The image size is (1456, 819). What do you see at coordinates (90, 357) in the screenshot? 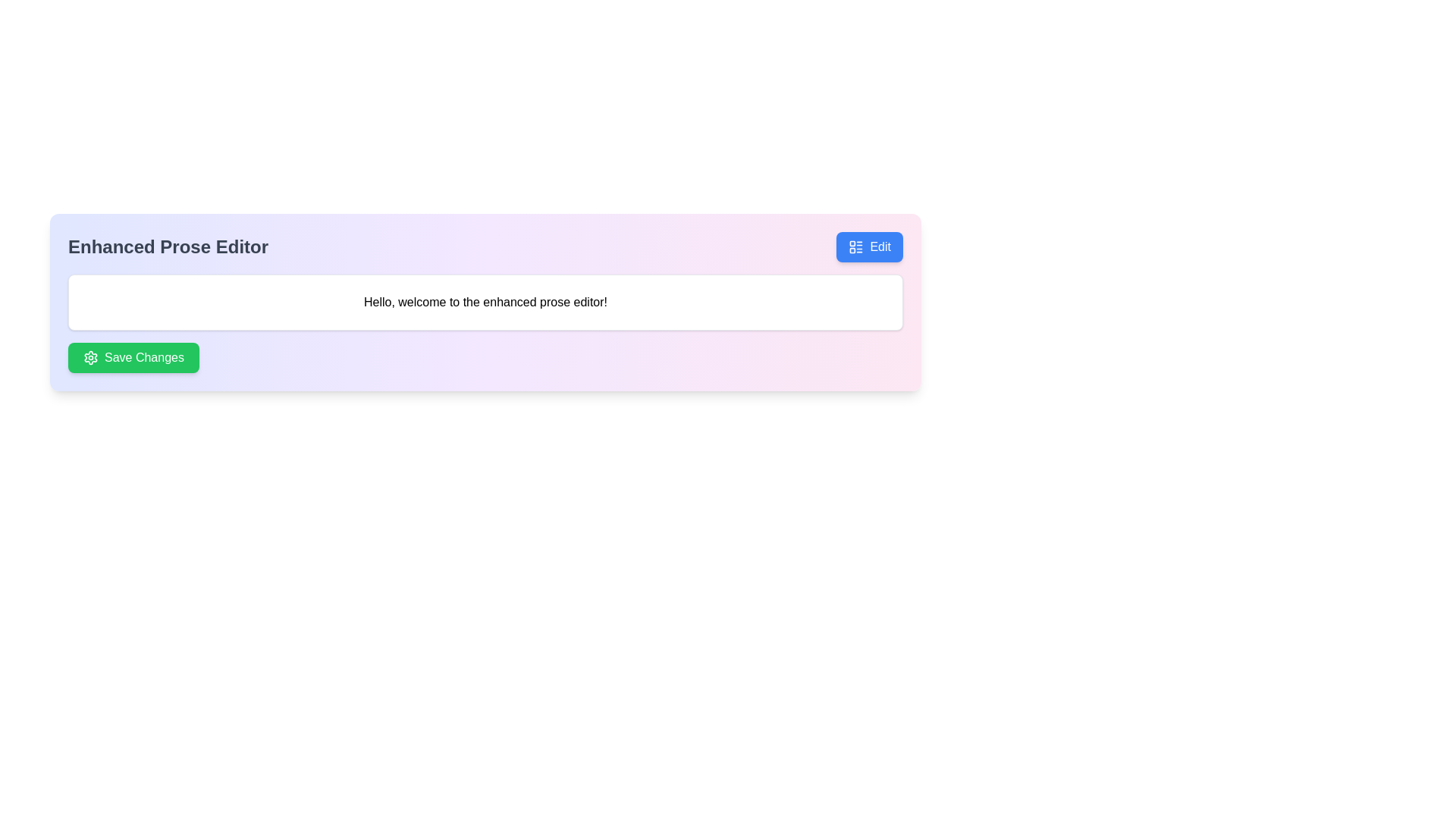
I see `the cogwheel icon embedded within the green button at the bottom left of the panel` at bounding box center [90, 357].